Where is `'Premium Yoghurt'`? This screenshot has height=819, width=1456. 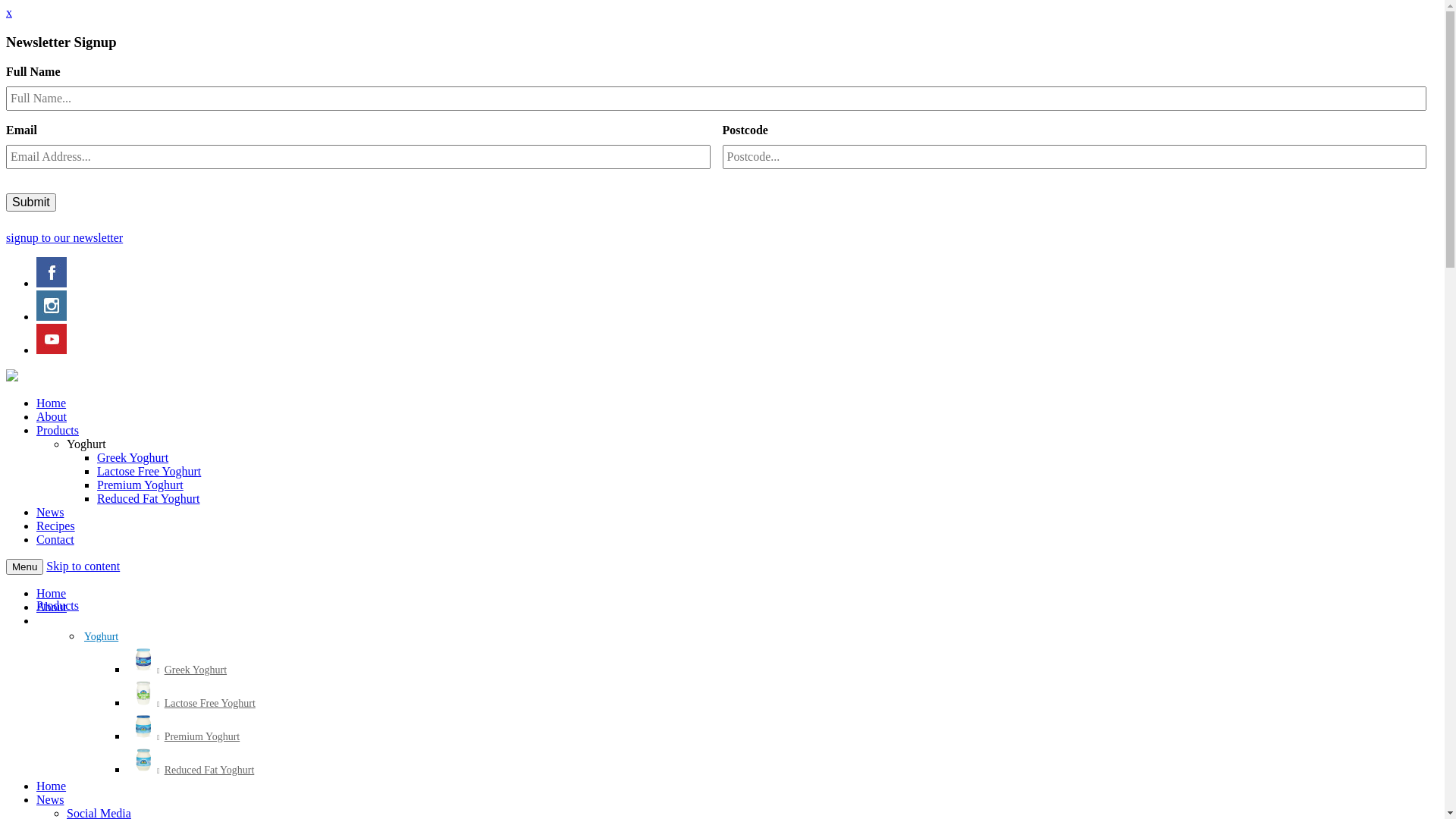
'Premium Yoghurt' is located at coordinates (96, 485).